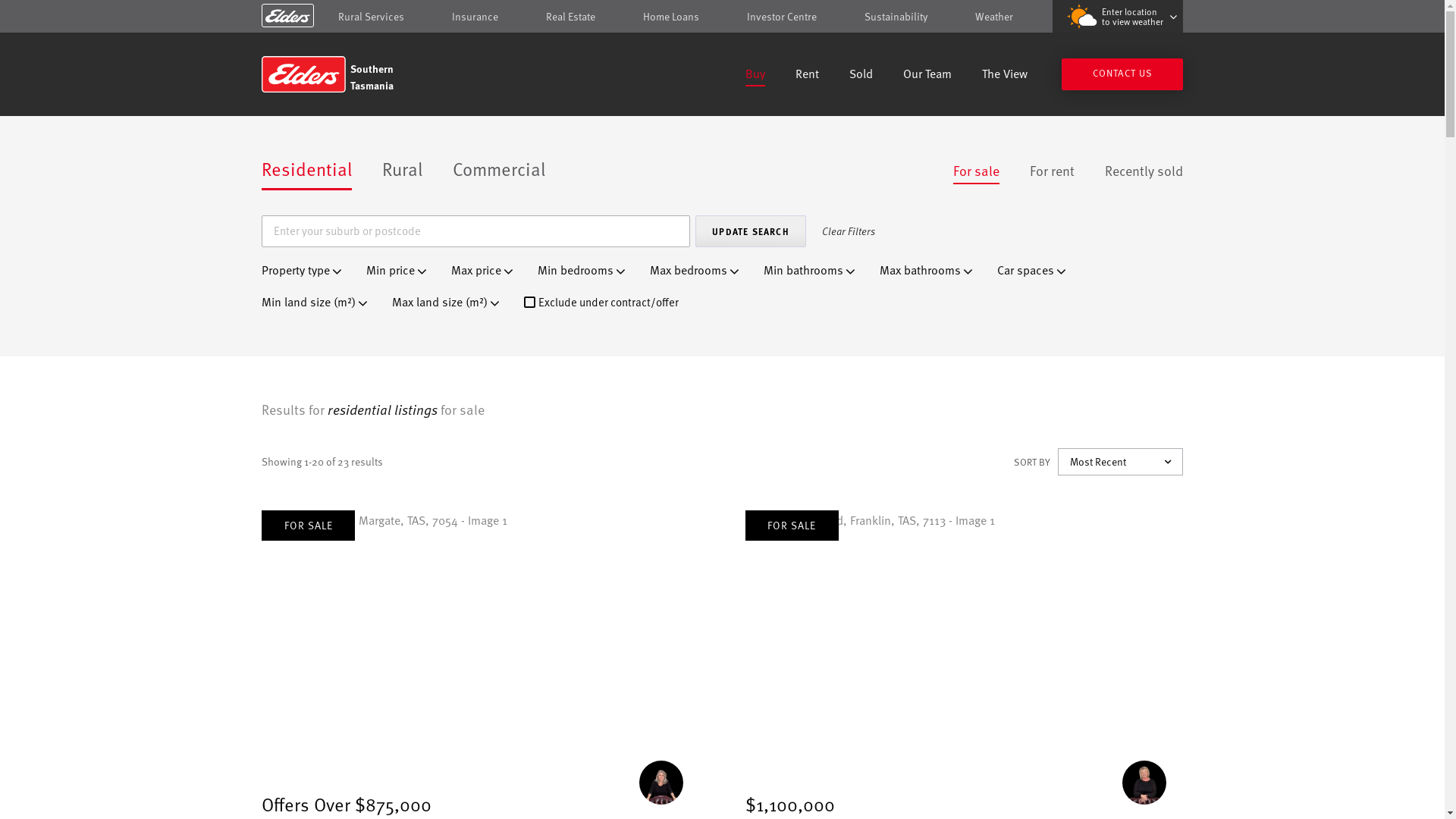 The width and height of the screenshot is (1456, 819). Describe the element at coordinates (806, 75) in the screenshot. I see `'Rent'` at that location.